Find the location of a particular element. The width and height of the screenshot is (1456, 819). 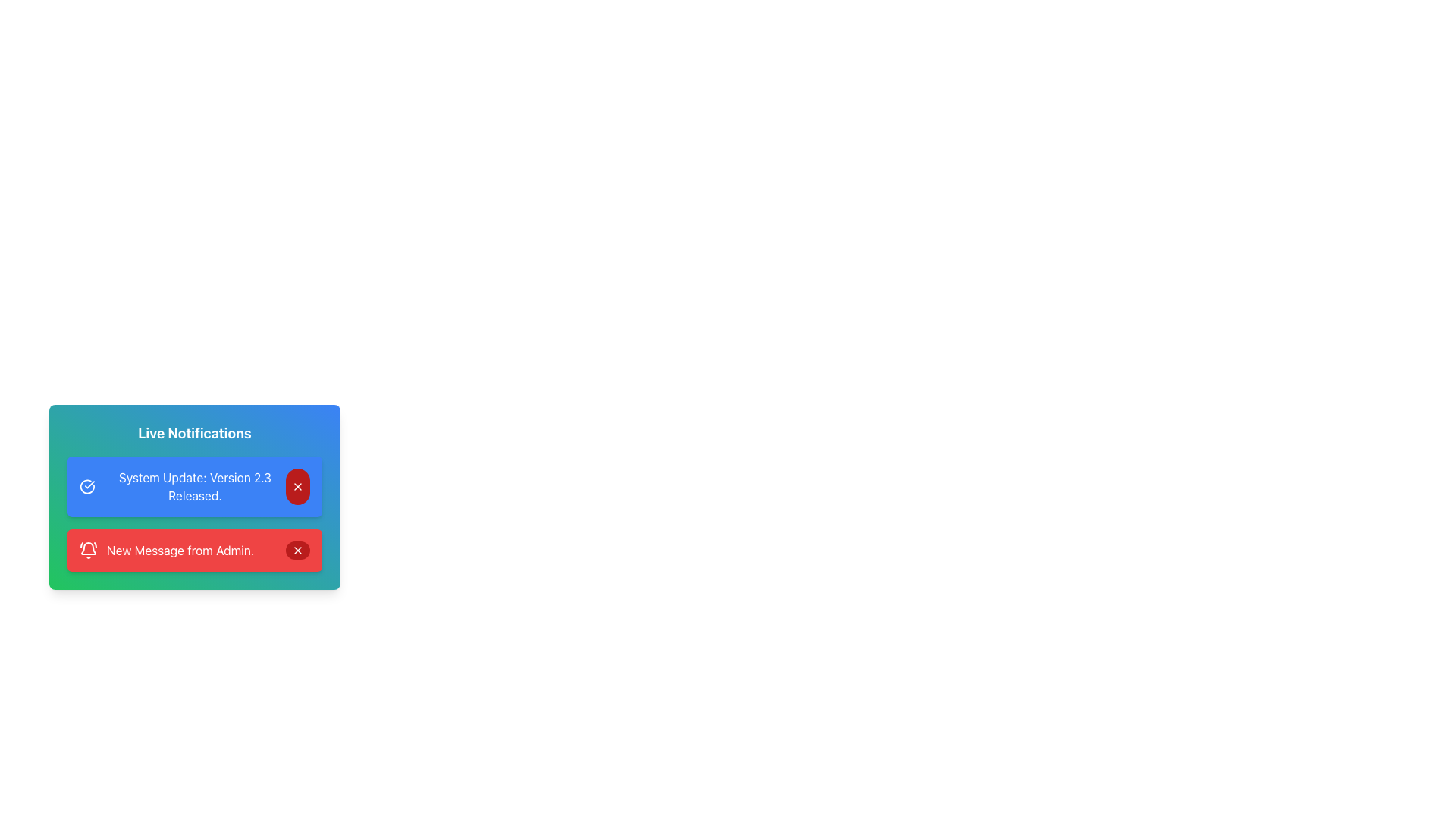

notification text about the release of version 2.3 of the system located in the upper notification box, to the leftmost section adjacent to the cancel button is located at coordinates (182, 486).